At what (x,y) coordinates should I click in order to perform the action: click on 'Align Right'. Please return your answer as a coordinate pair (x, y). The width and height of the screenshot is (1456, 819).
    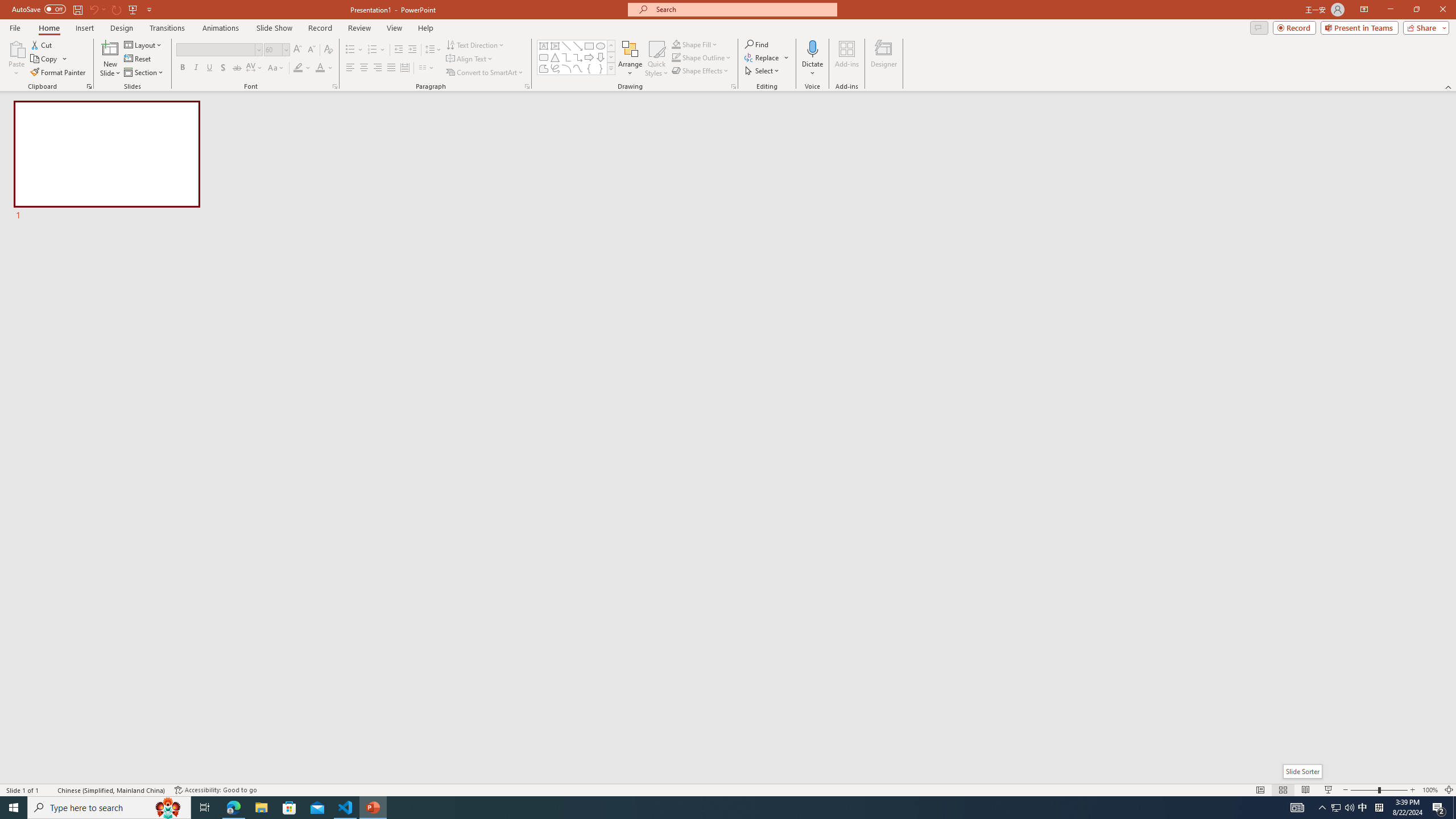
    Looking at the image, I should click on (378, 67).